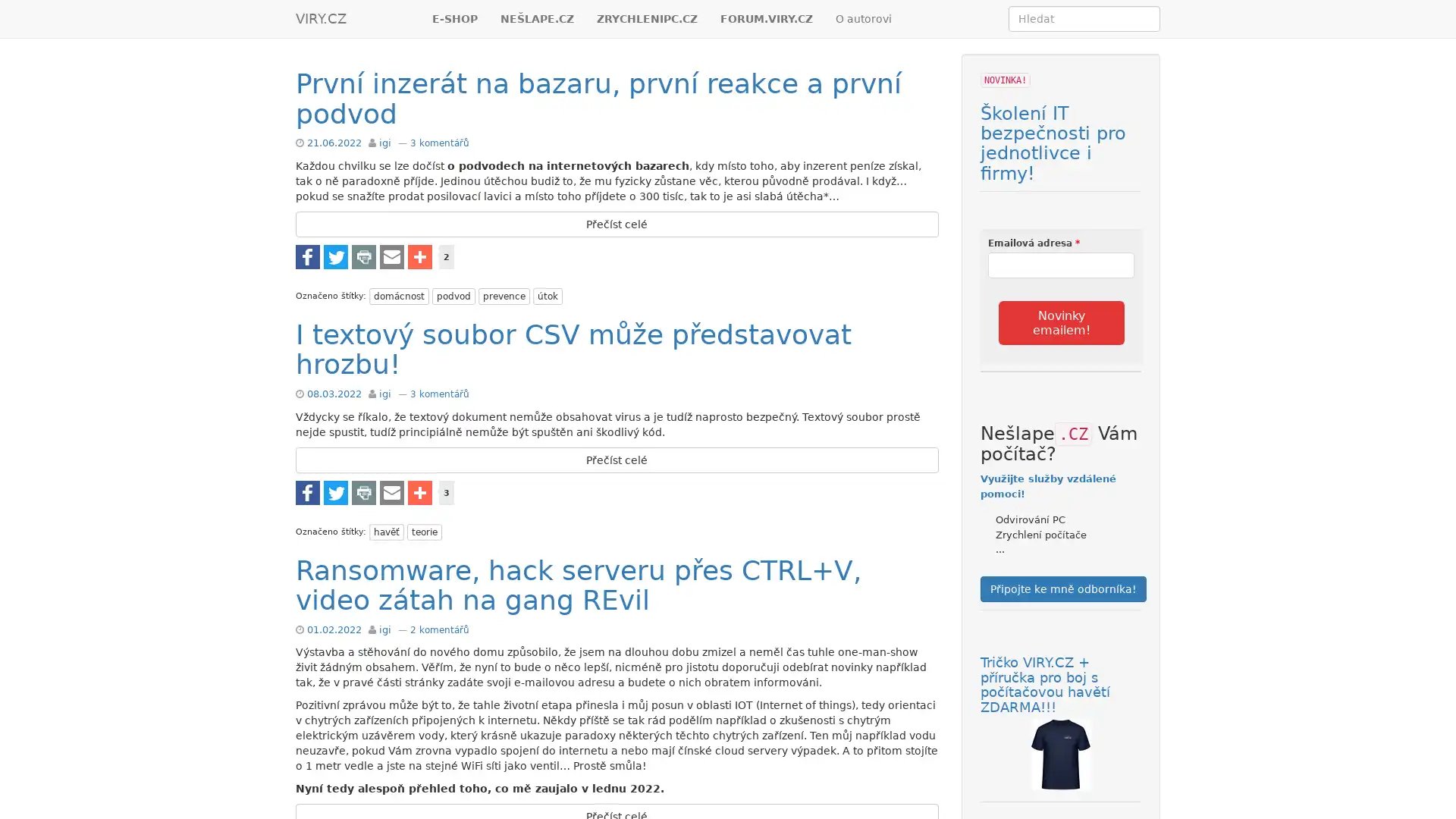  Describe the element at coordinates (1062, 587) in the screenshot. I see `Pripojte ke mne odbornika!` at that location.